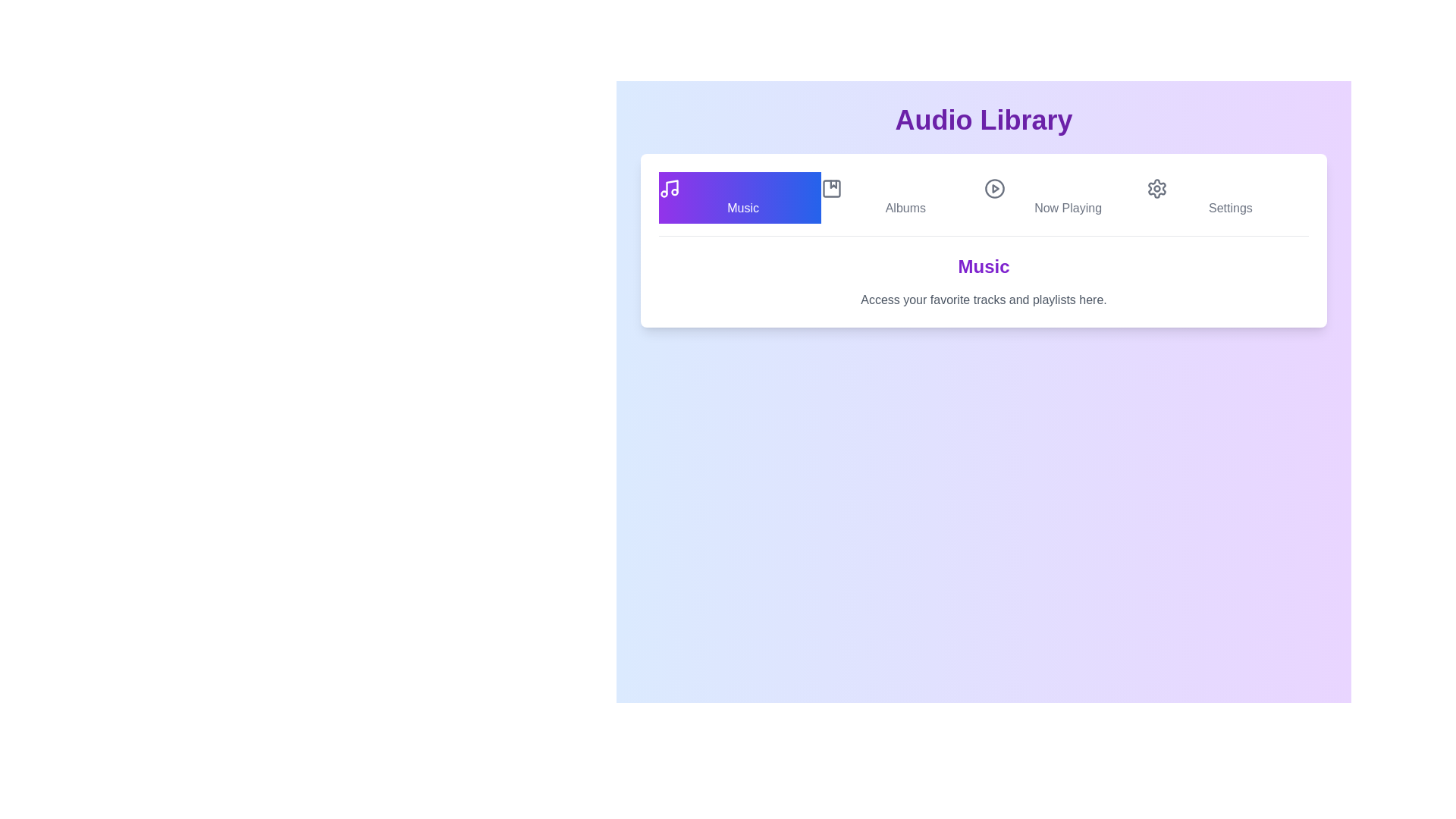 This screenshot has width=1456, height=819. I want to click on the triangular 'play' icon within the circular 'Now Playing' button located near the top center of the navigation menu, so click(994, 188).